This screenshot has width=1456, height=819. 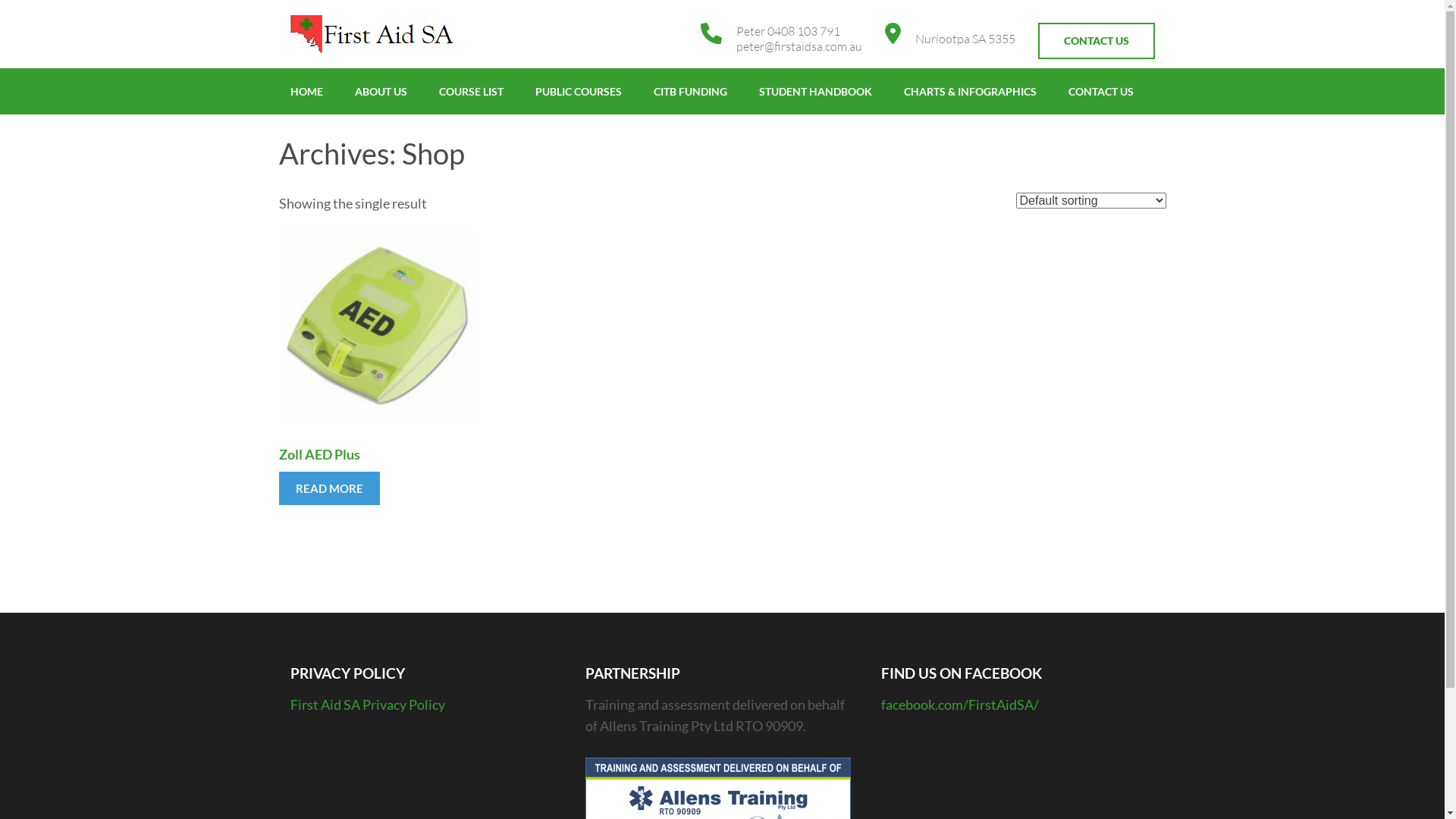 What do you see at coordinates (814, 91) in the screenshot?
I see `'STUDENT HANDBOOK'` at bounding box center [814, 91].